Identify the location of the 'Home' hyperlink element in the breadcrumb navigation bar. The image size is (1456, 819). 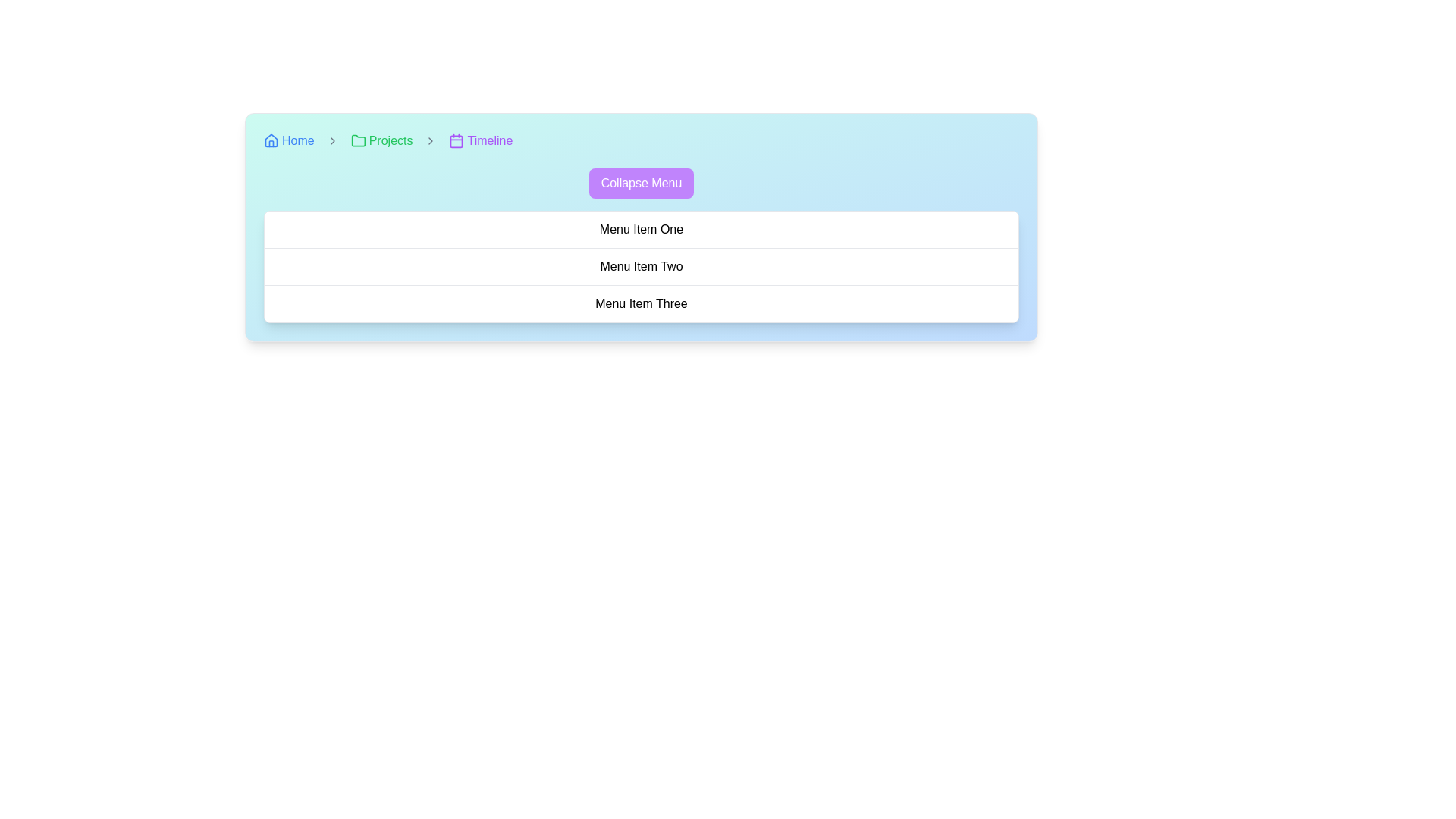
(289, 140).